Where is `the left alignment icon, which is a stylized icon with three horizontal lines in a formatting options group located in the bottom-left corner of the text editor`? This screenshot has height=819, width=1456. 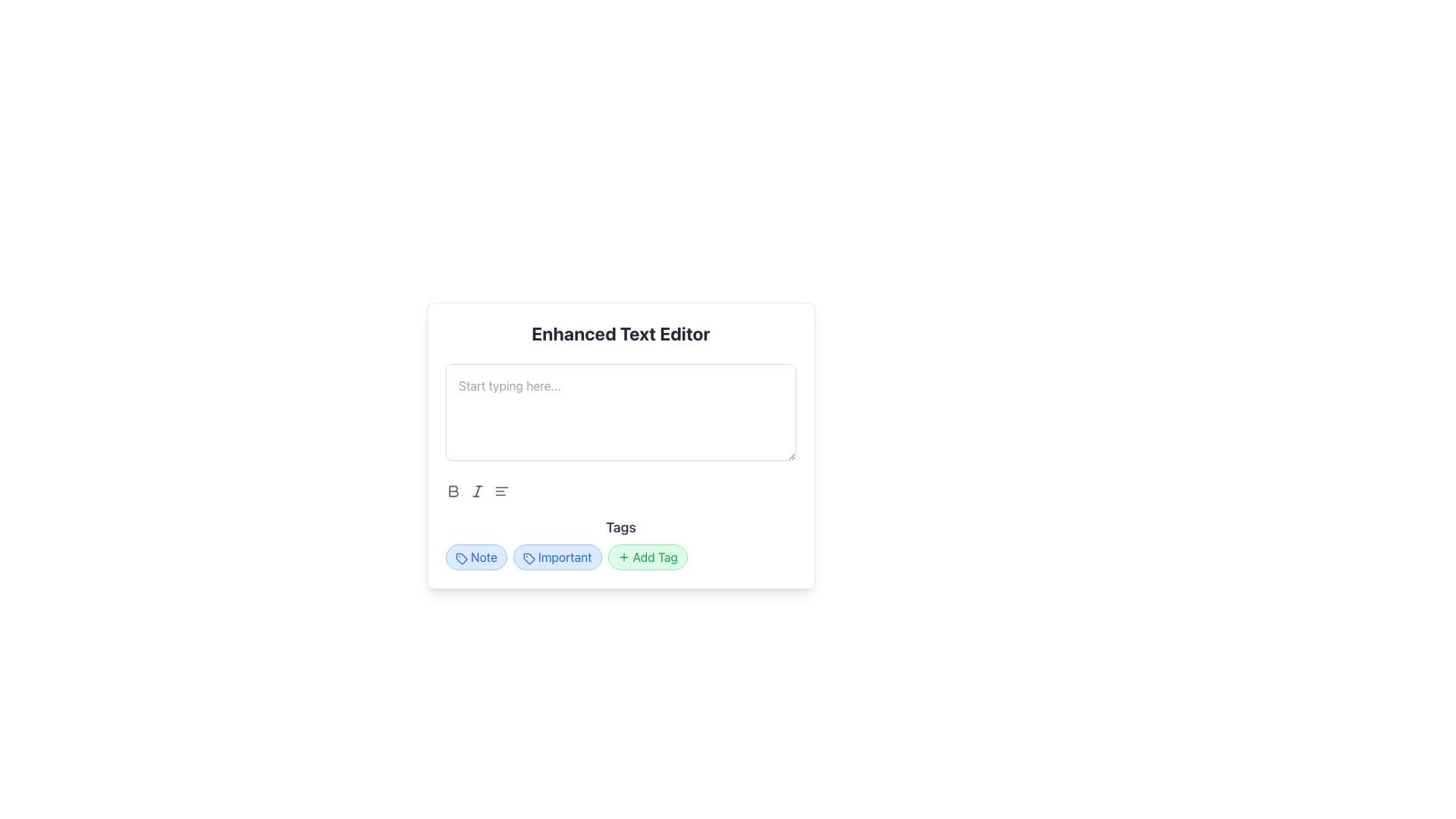 the left alignment icon, which is a stylized icon with three horizontal lines in a formatting options group located in the bottom-left corner of the text editor is located at coordinates (502, 491).